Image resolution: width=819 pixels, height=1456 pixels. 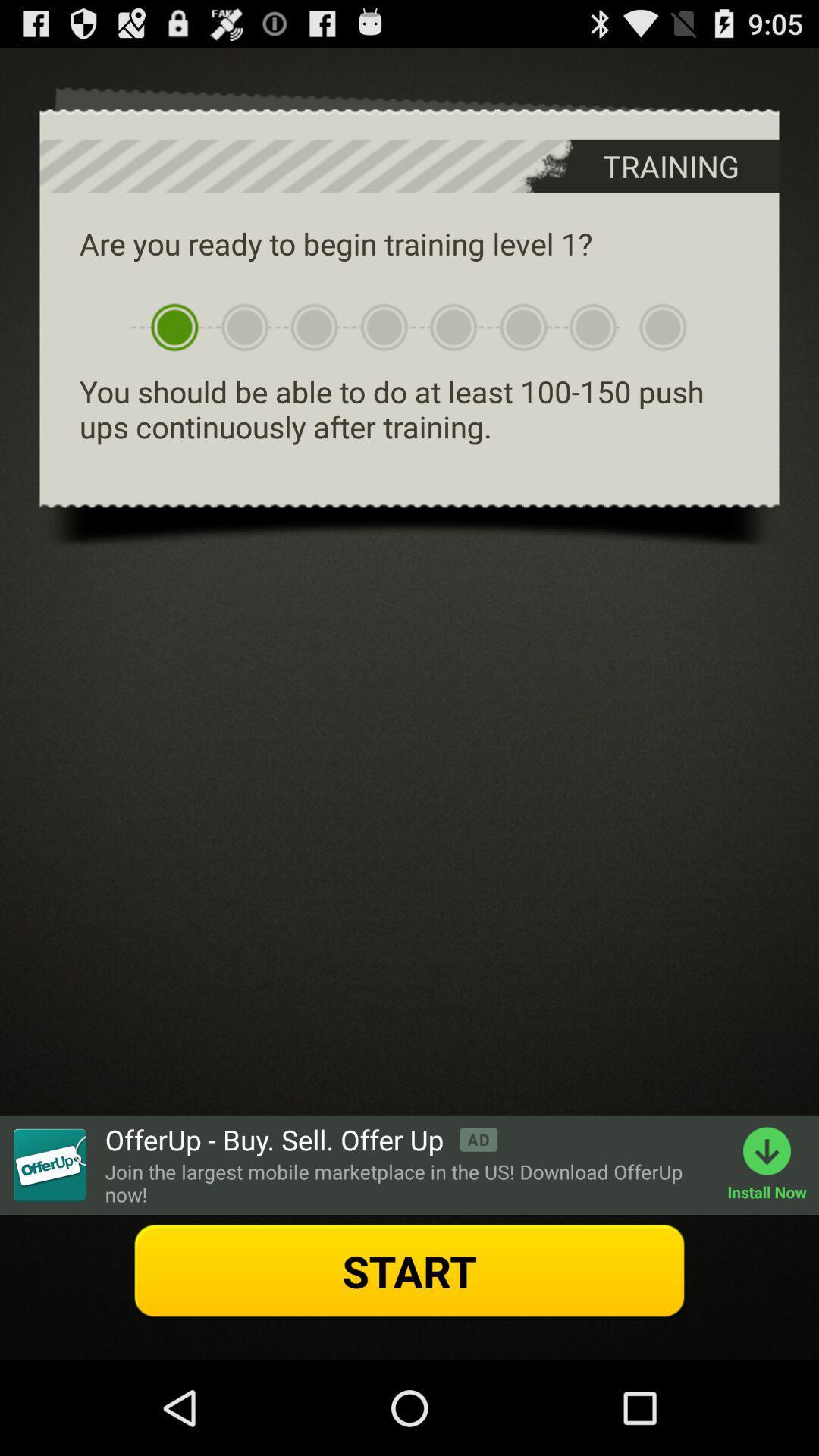 What do you see at coordinates (49, 1247) in the screenshot?
I see `the label icon` at bounding box center [49, 1247].